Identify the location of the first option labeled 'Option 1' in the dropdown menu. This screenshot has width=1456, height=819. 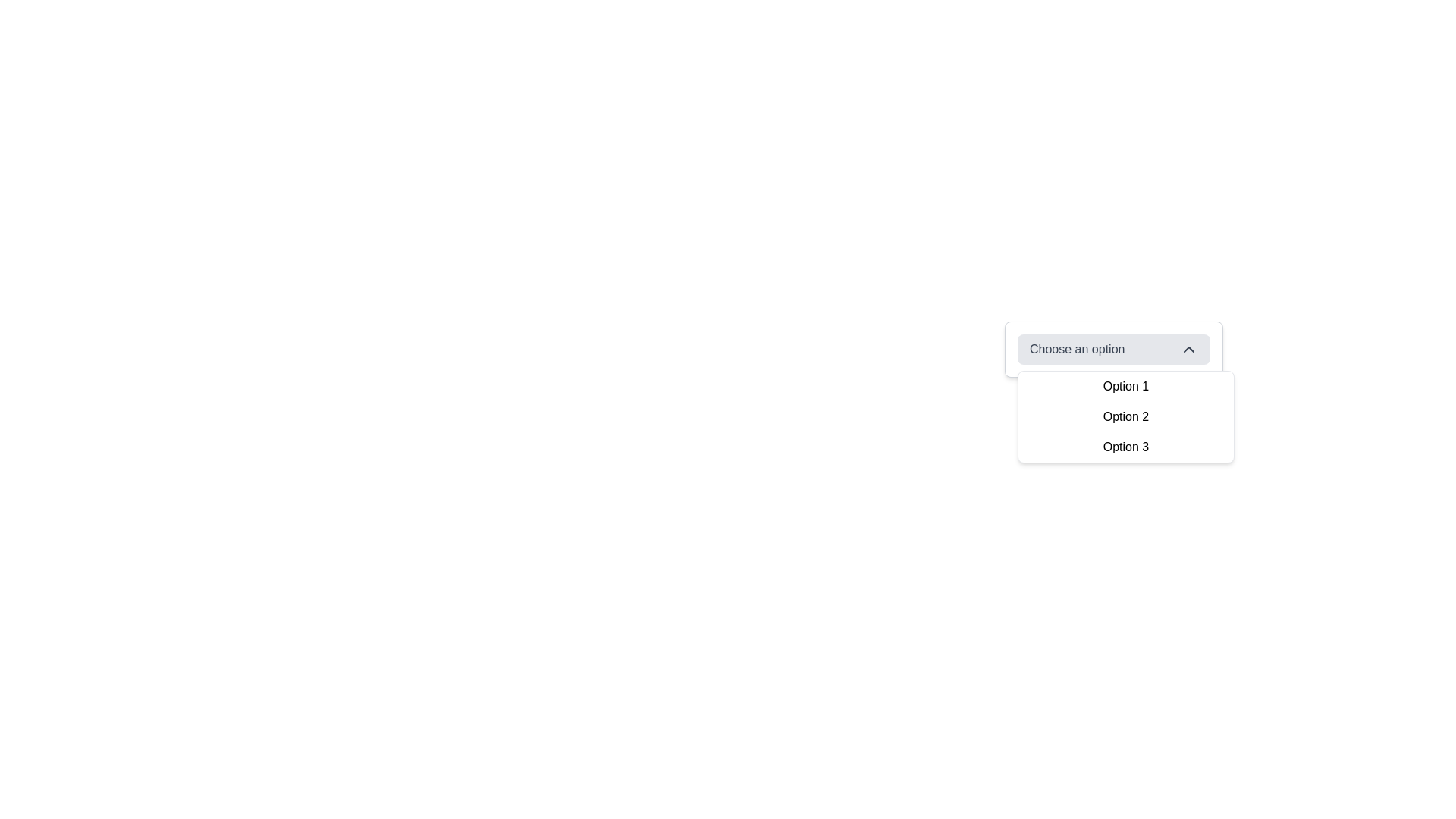
(1125, 385).